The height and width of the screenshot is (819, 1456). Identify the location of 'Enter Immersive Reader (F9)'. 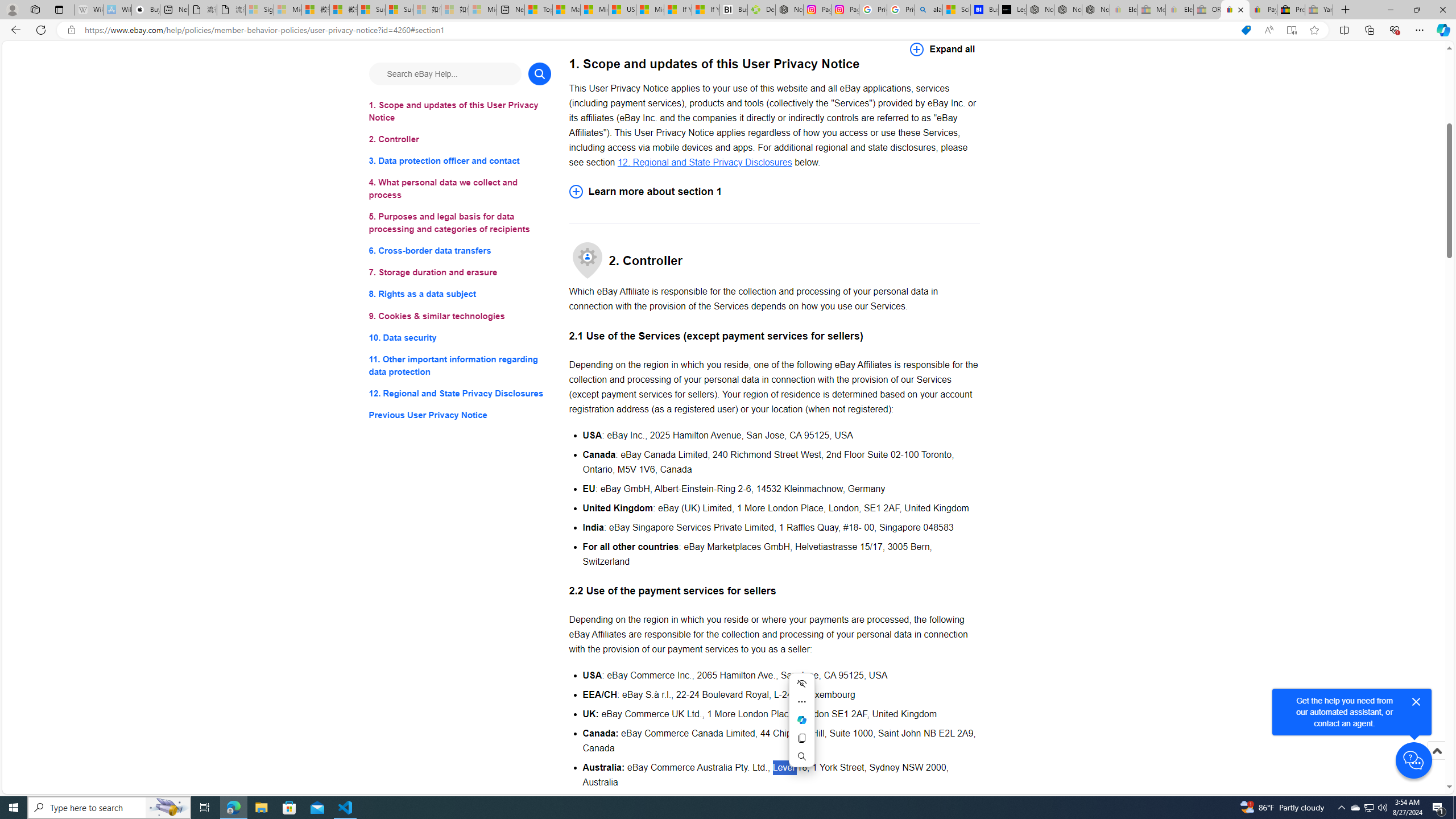
(1291, 30).